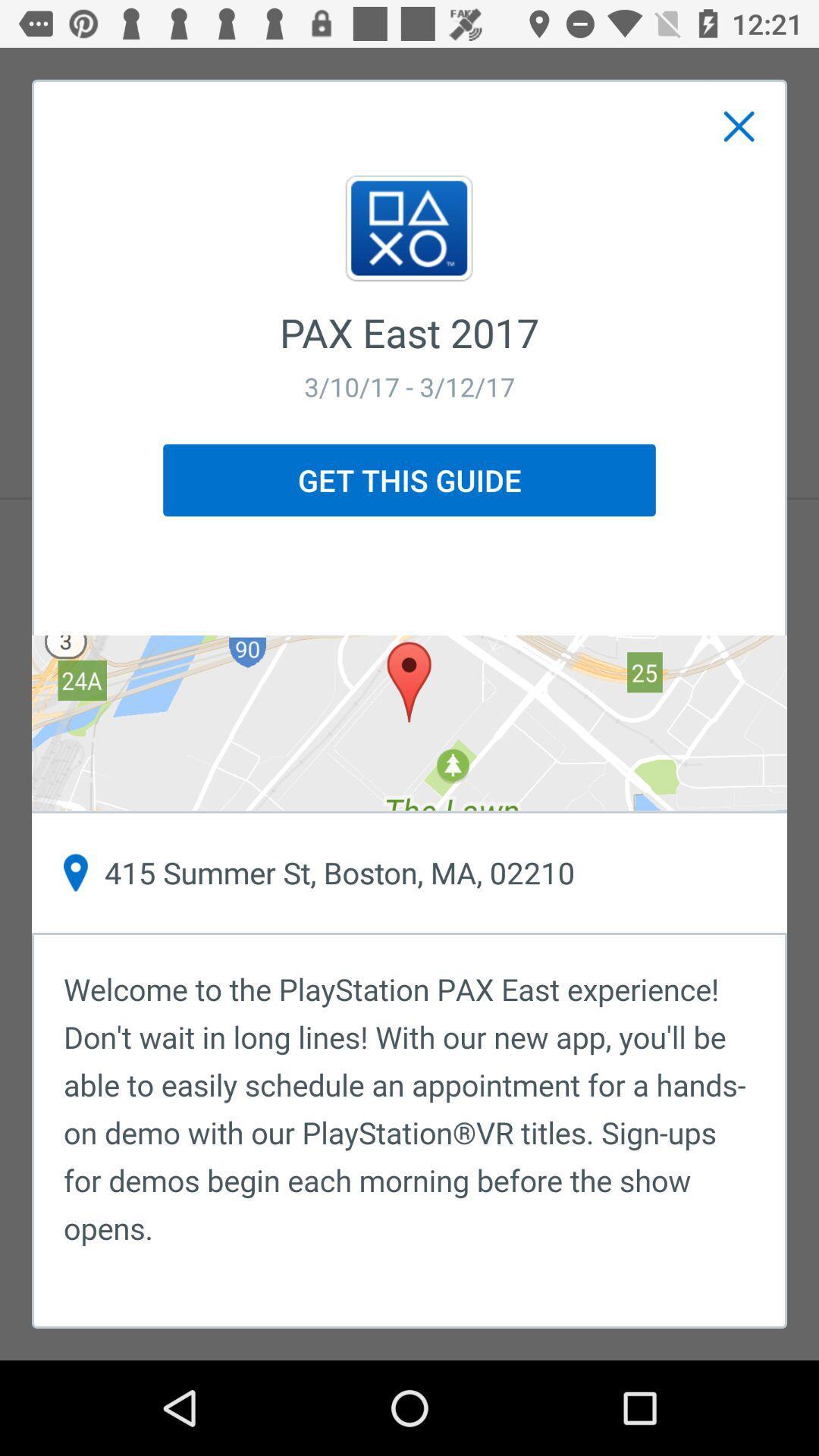 This screenshot has width=819, height=1456. What do you see at coordinates (409, 873) in the screenshot?
I see `the 415 summer st item` at bounding box center [409, 873].